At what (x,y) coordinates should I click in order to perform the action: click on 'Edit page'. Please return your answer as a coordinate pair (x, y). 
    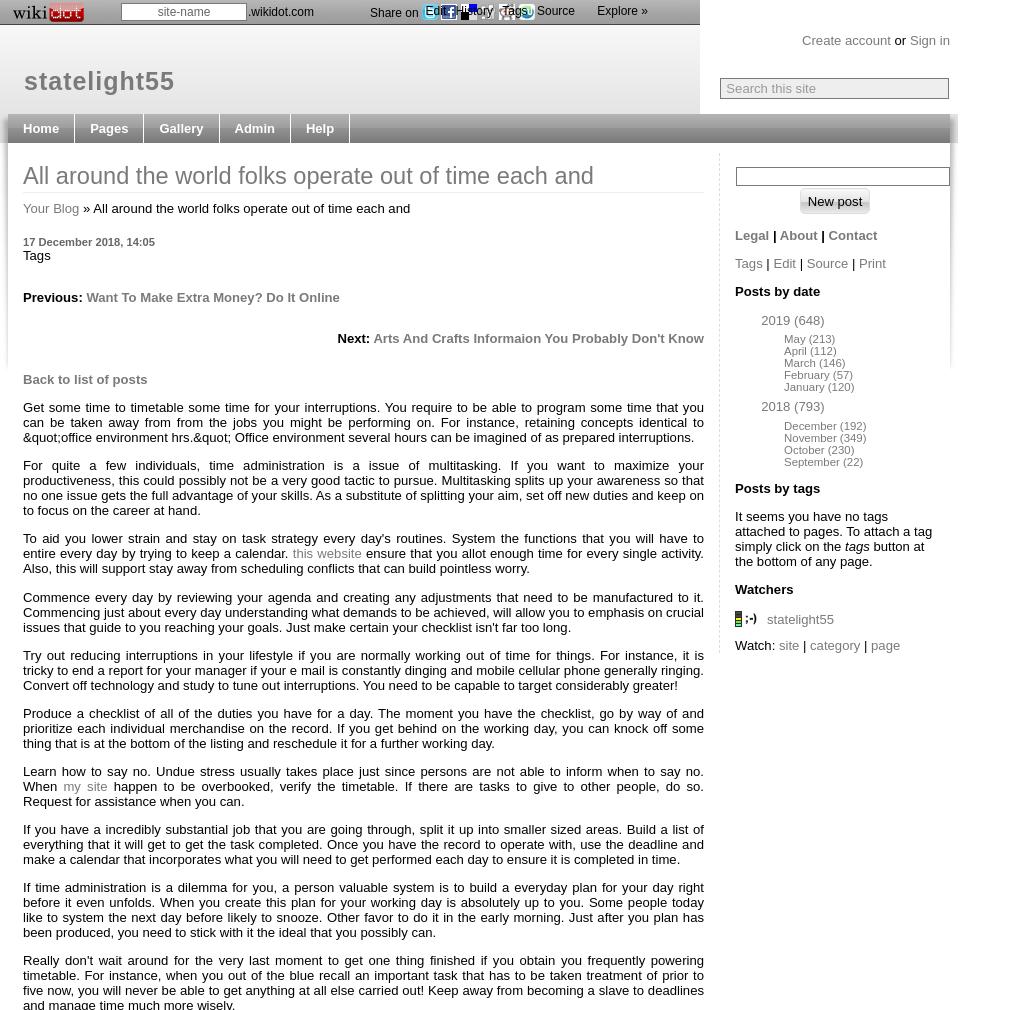
    Looking at the image, I should click on (263, 156).